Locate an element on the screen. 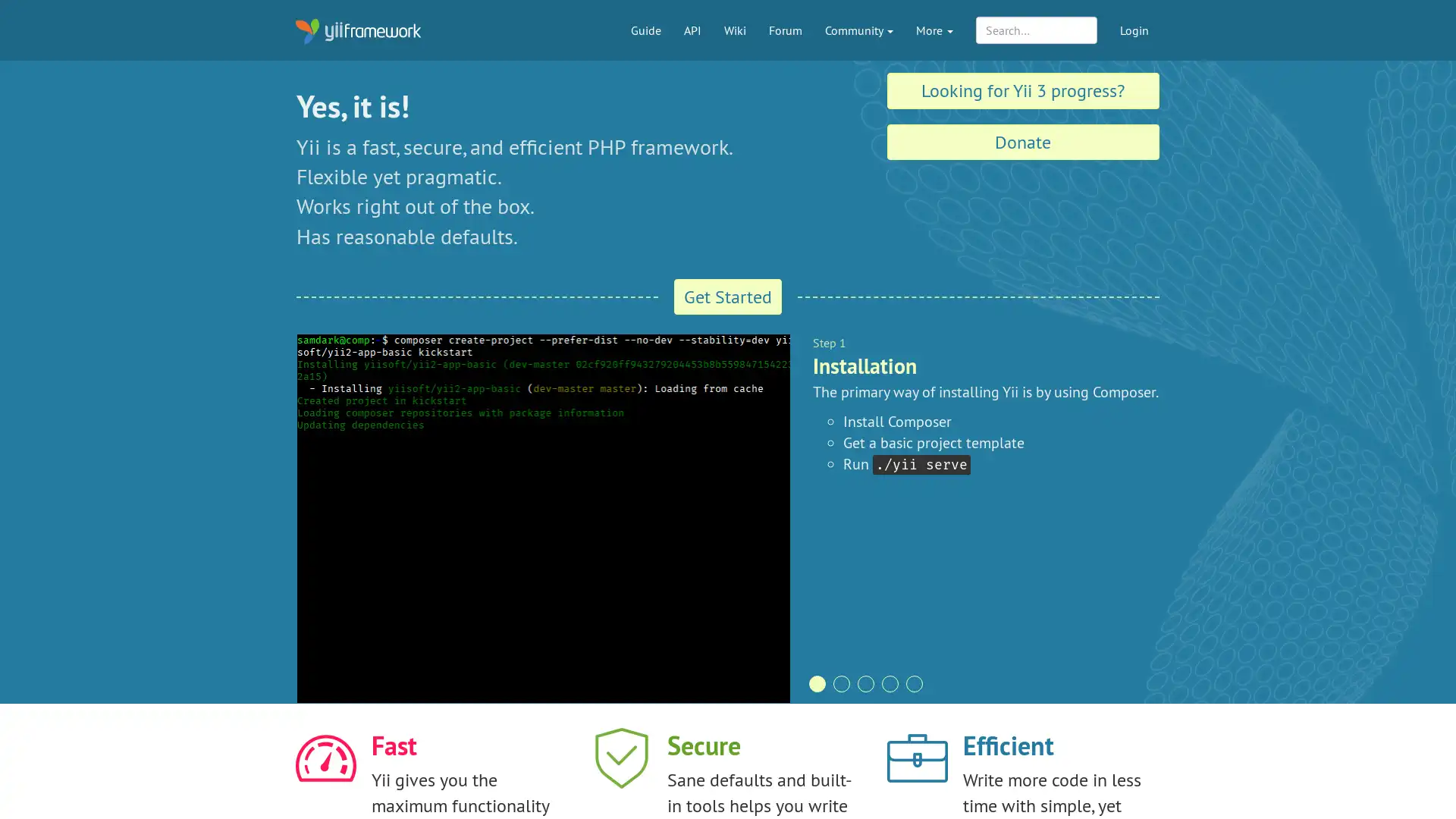  pagination is located at coordinates (840, 684).